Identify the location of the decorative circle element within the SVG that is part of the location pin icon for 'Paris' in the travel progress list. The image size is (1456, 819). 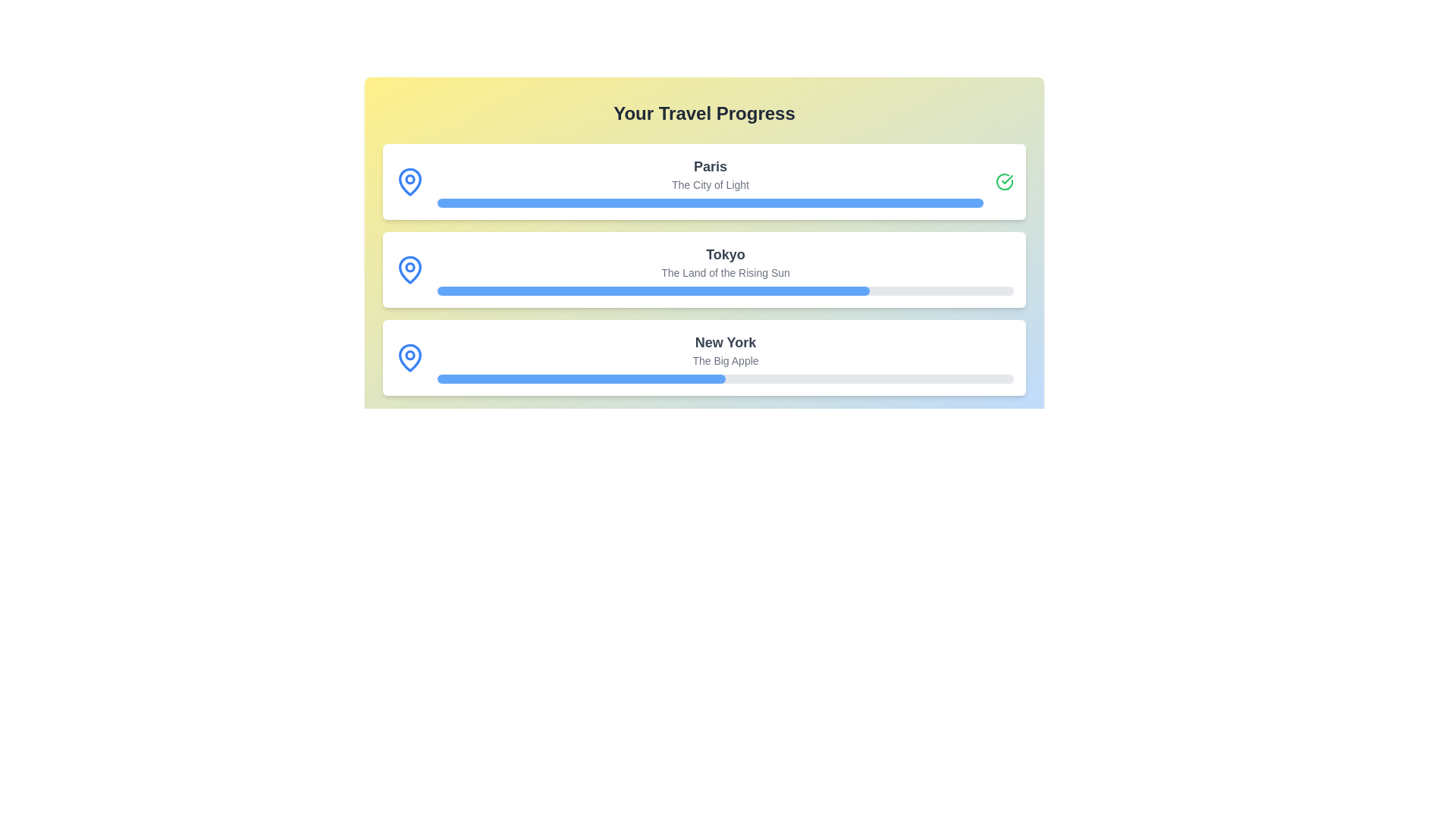
(410, 177).